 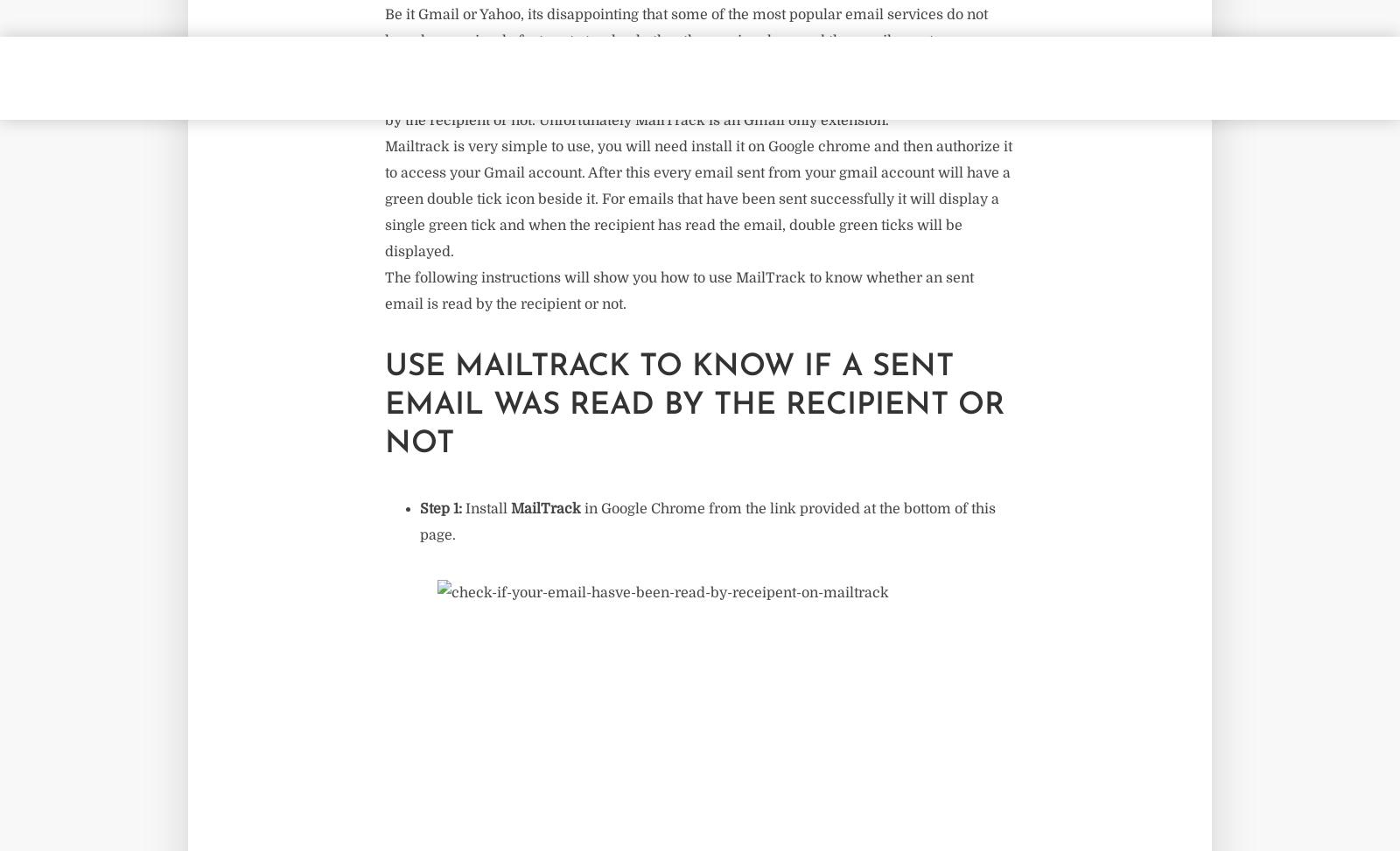 I want to click on 'How to Download a Copy of your Data from Orkut', so click(x=328, y=160).